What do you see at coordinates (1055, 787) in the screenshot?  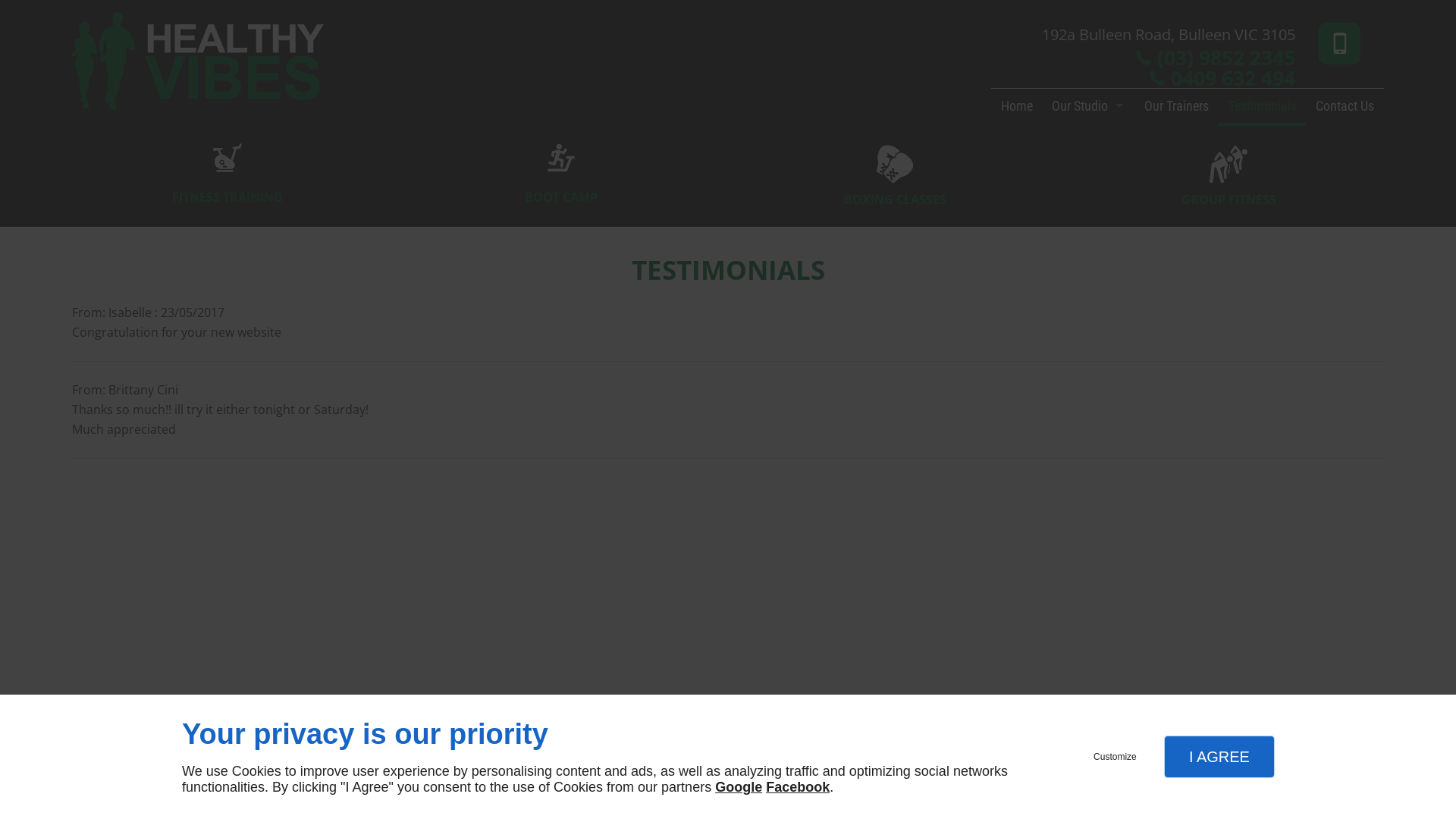 I see `'HOME'` at bounding box center [1055, 787].